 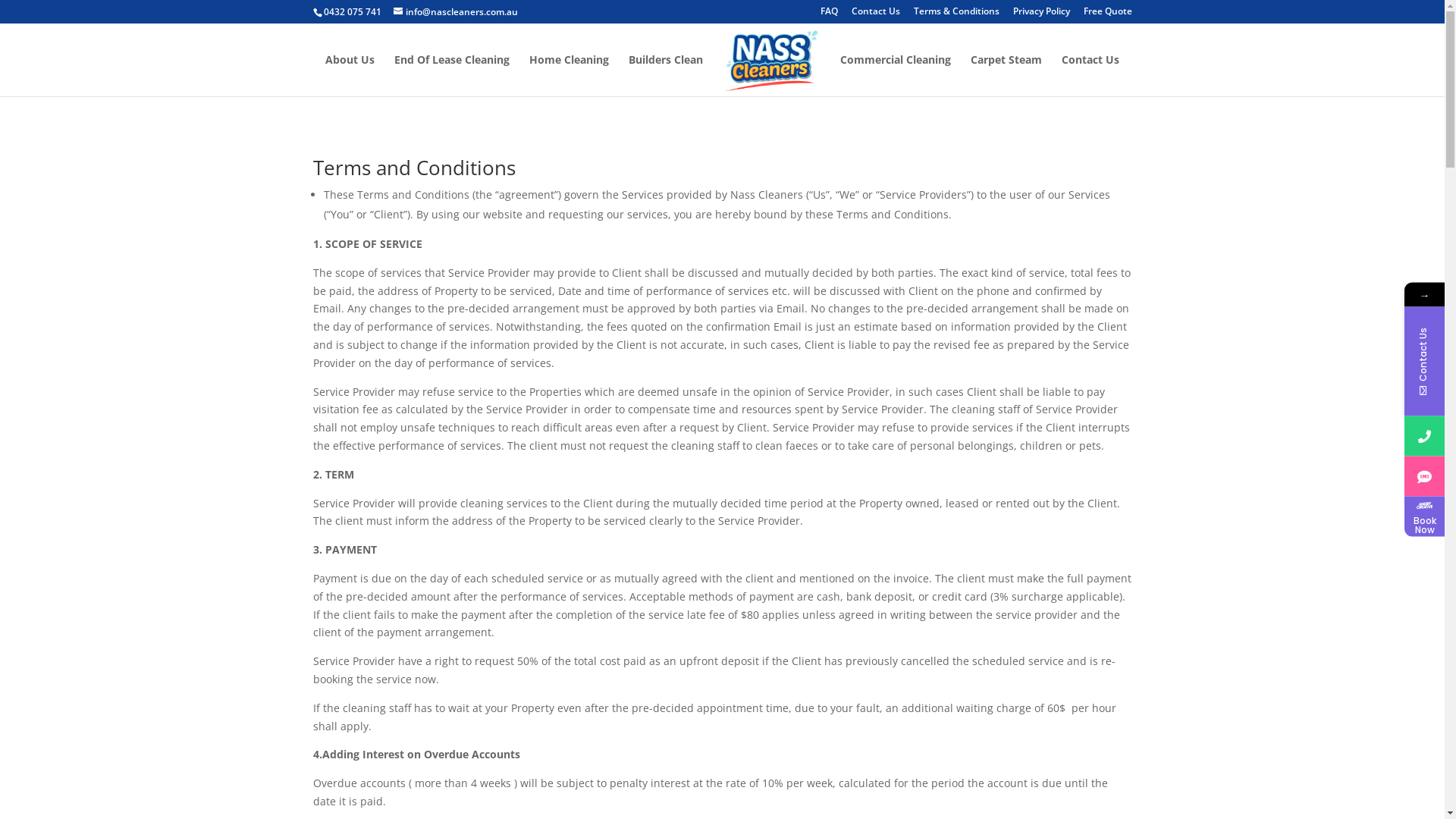 I want to click on 'Free Quote', so click(x=1106, y=14).